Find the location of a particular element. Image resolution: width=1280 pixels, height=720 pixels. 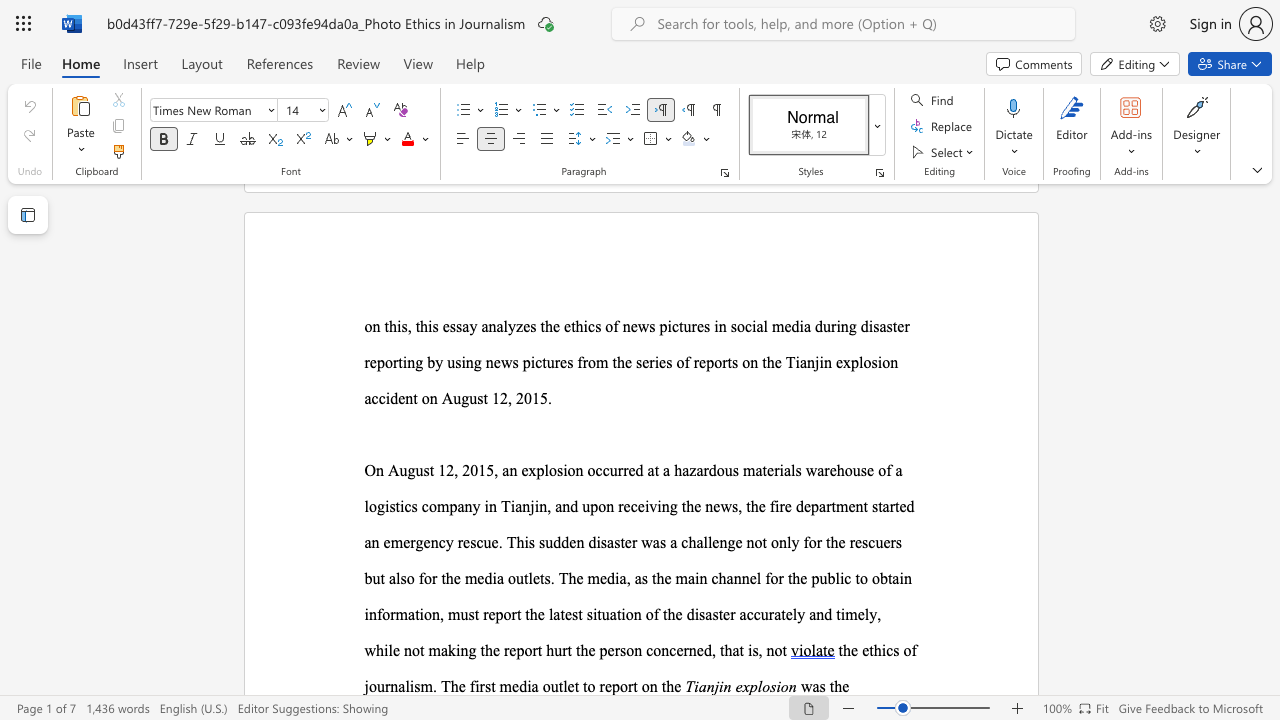

the subset text "njin explosio" within the text "Tianjin explosion" is located at coordinates (706, 685).